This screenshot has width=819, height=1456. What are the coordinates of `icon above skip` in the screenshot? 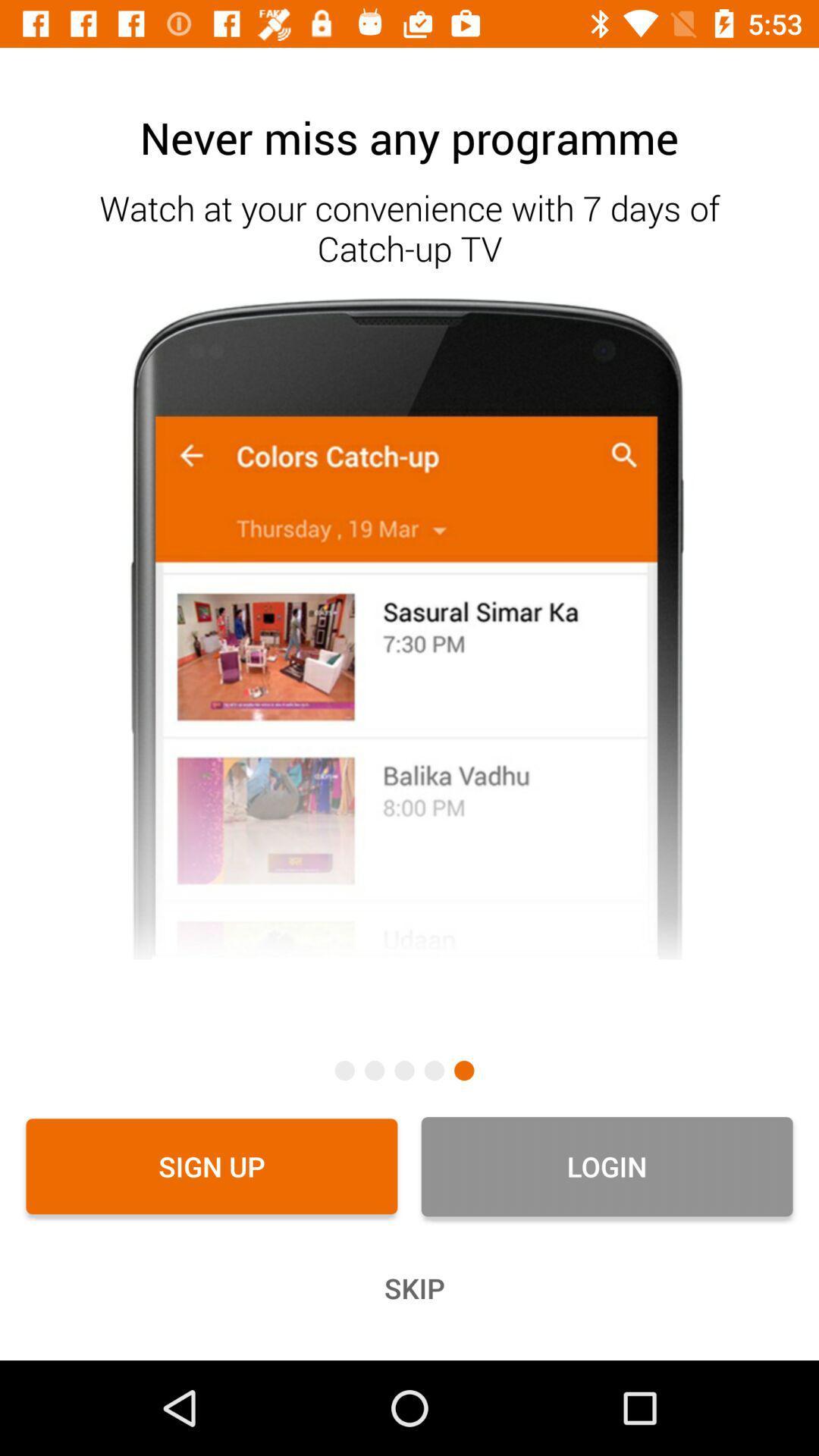 It's located at (212, 1166).